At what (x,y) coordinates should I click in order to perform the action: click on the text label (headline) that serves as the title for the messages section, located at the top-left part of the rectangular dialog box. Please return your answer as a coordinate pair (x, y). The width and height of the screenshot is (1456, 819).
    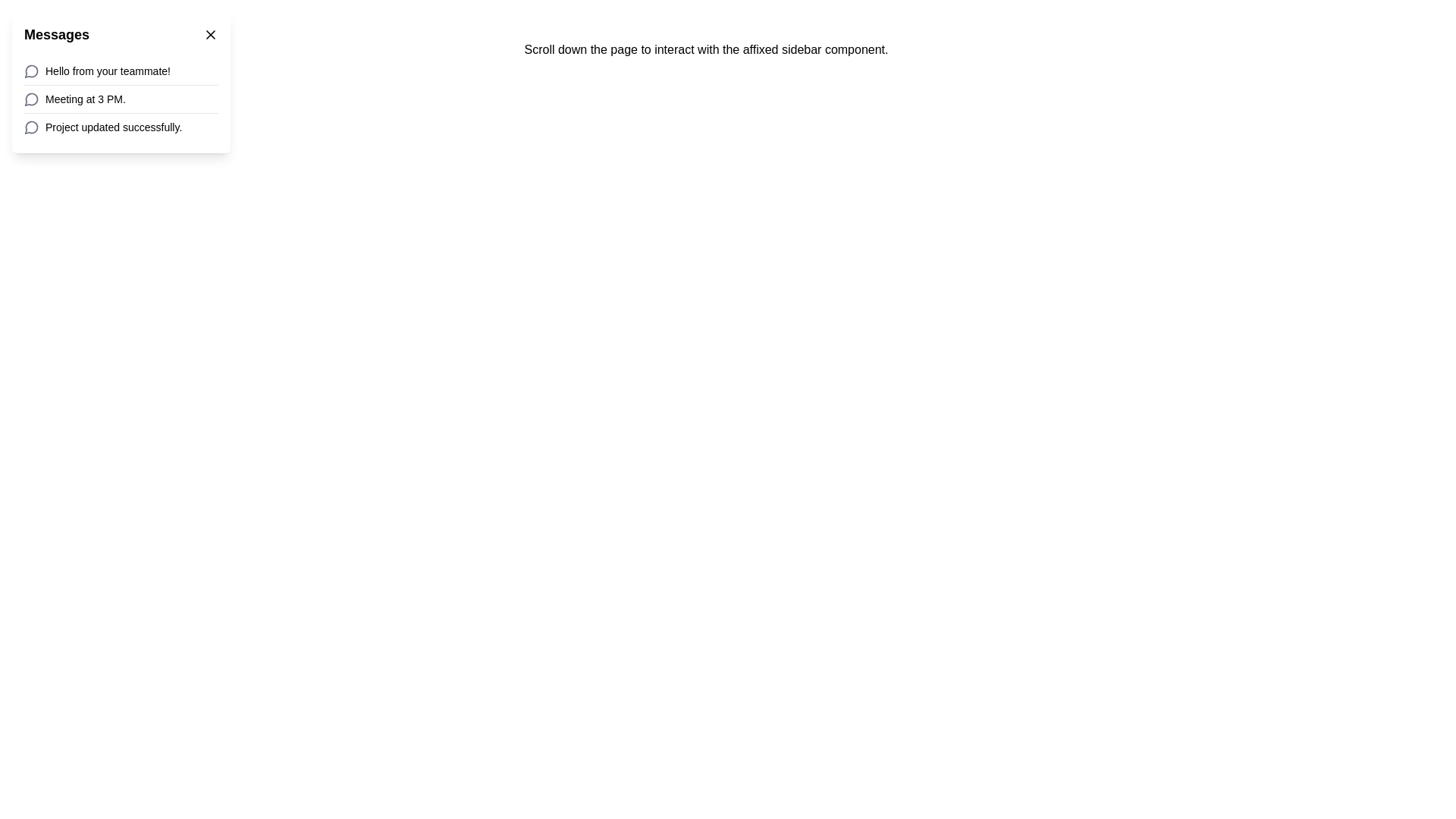
    Looking at the image, I should click on (57, 34).